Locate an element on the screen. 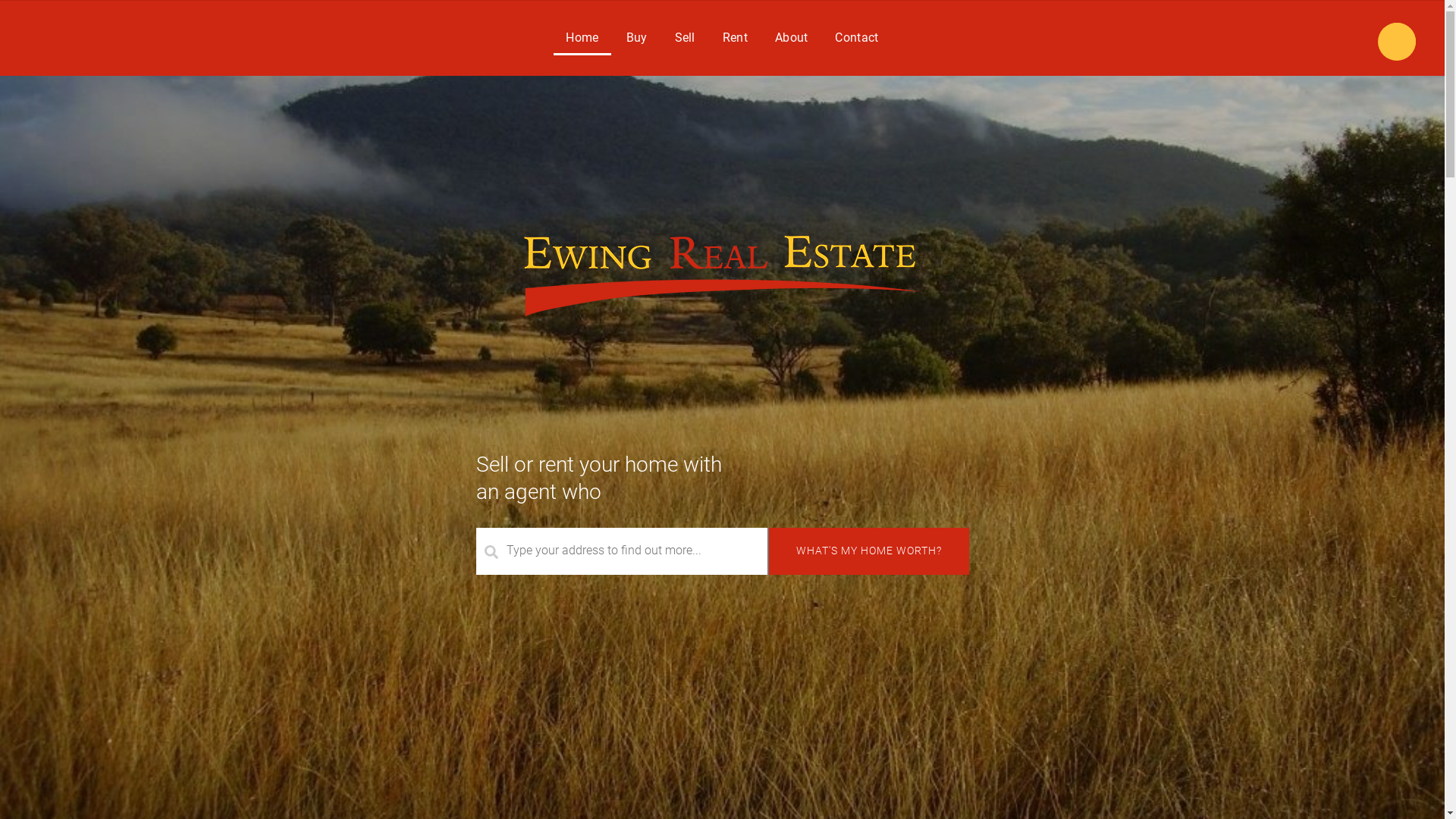 The width and height of the screenshot is (1456, 819). 'Home' is located at coordinates (581, 37).